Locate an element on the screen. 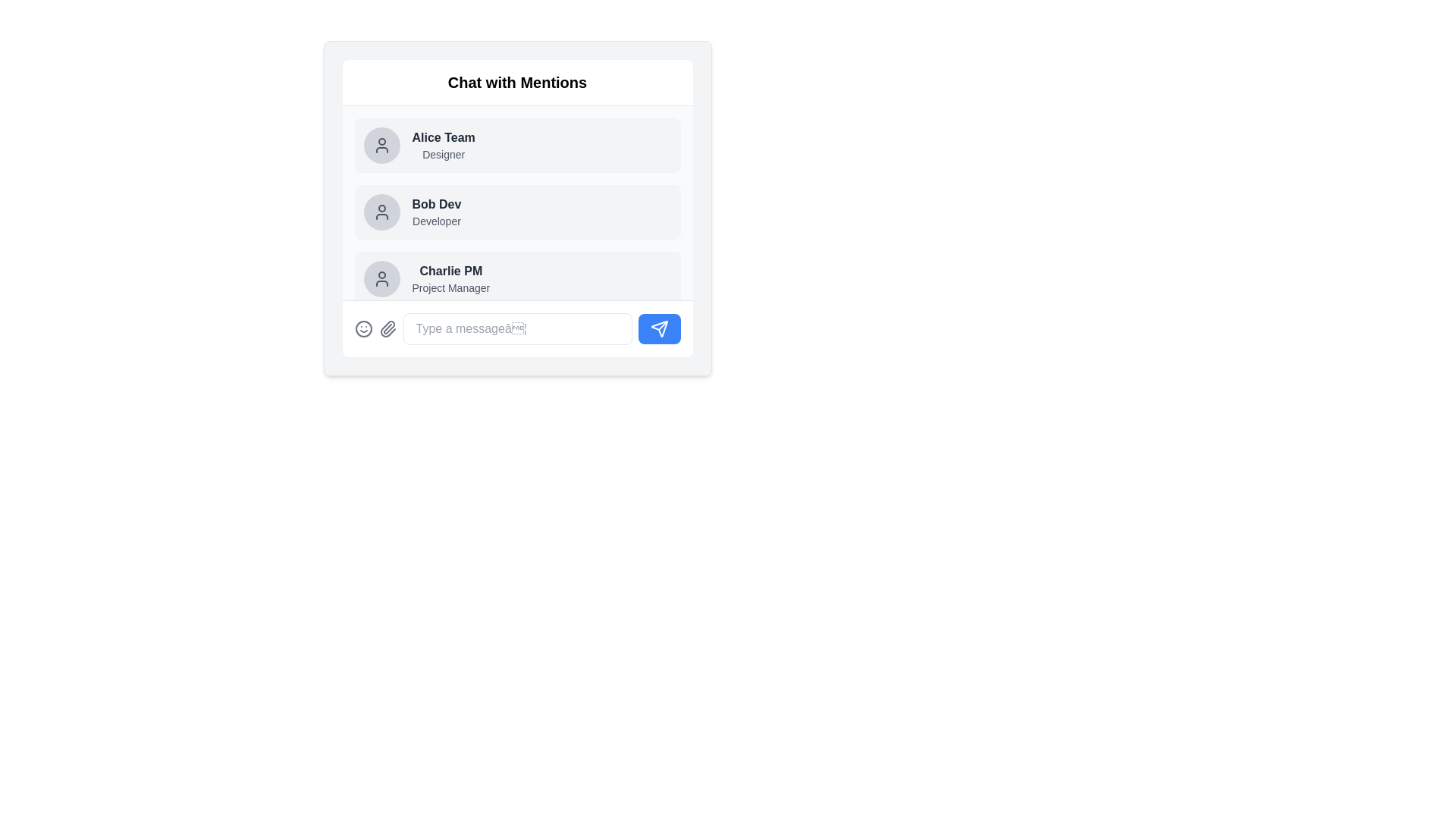 The image size is (1456, 819). the user profile card located in the 'Chat with Mentions' section, positioned centrally between 'Alice Team' and 'Charlie PM' is located at coordinates (517, 202).